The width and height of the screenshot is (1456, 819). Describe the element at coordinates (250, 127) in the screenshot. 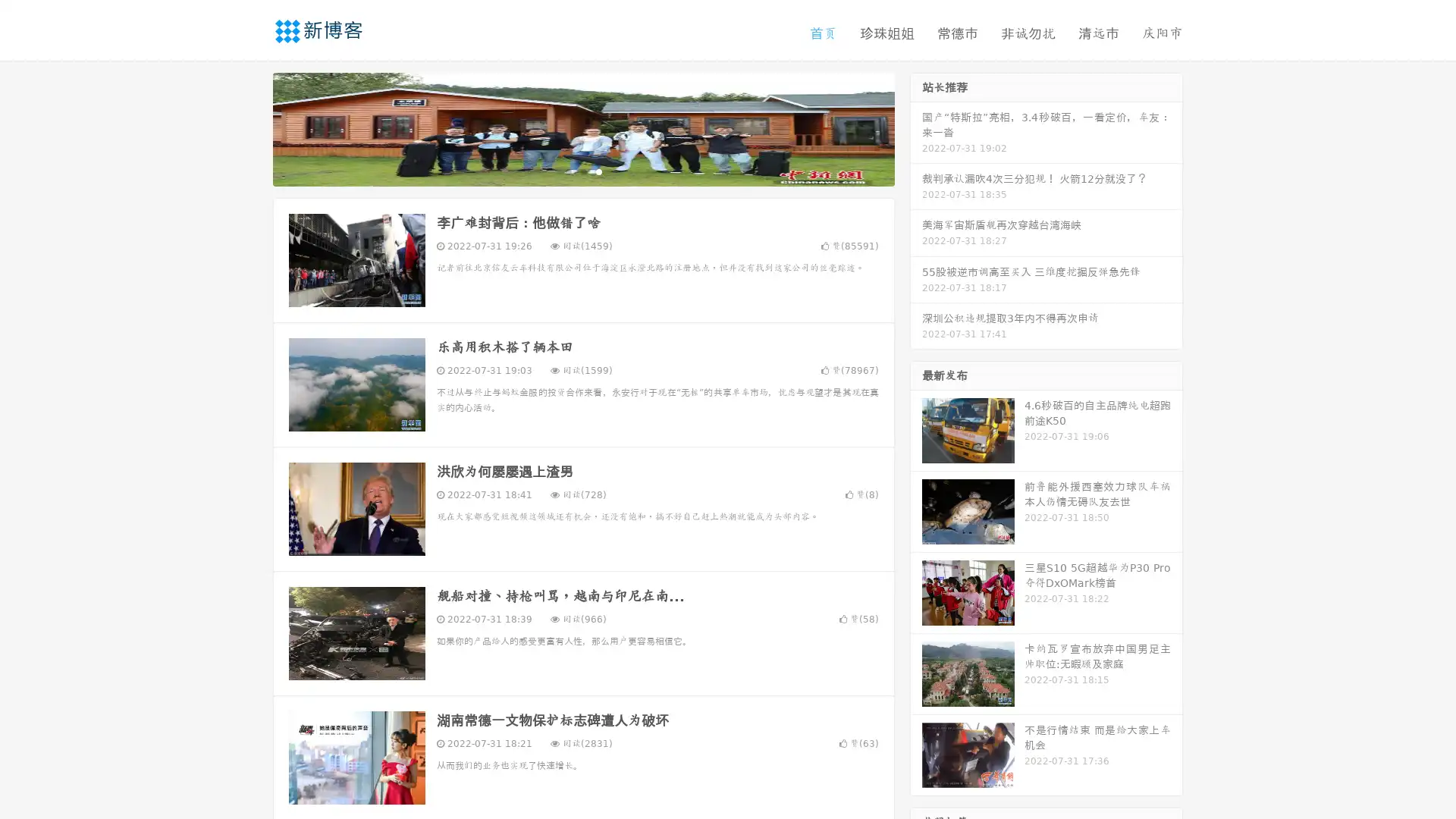

I see `Previous slide` at that location.